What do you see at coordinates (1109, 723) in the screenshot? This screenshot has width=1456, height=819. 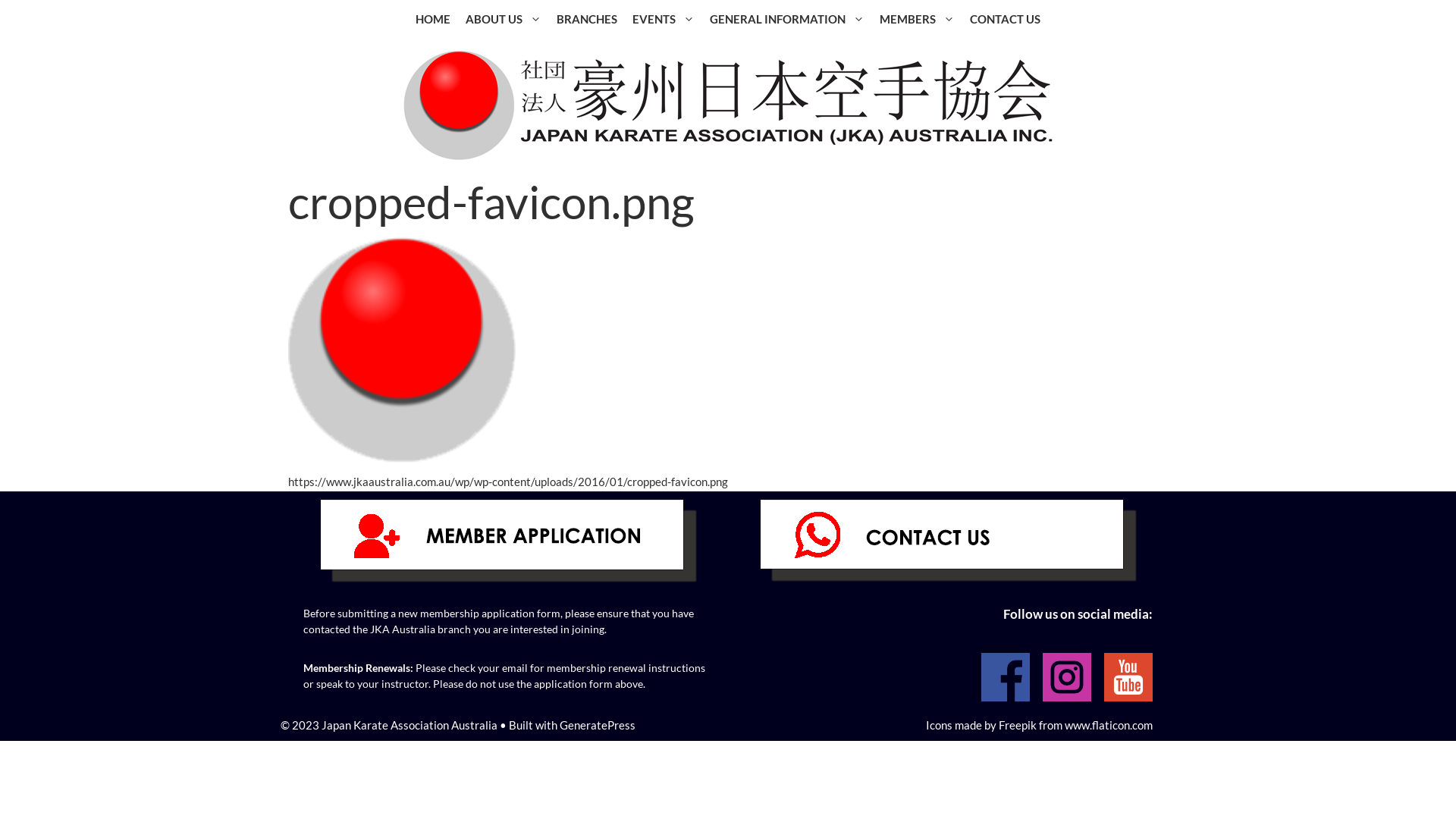 I see `'www.flaticon.com'` at bounding box center [1109, 723].